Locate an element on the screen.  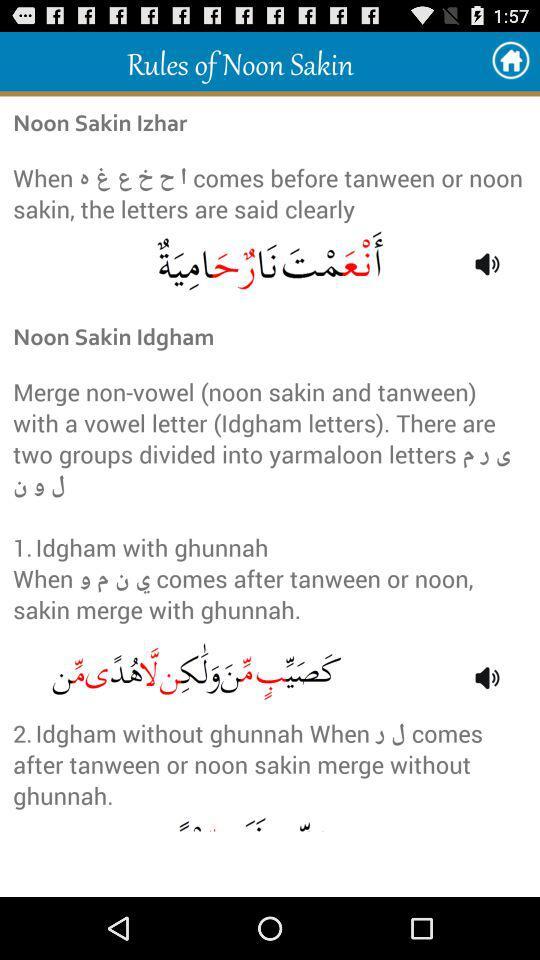
app next to rules of noon item is located at coordinates (510, 61).